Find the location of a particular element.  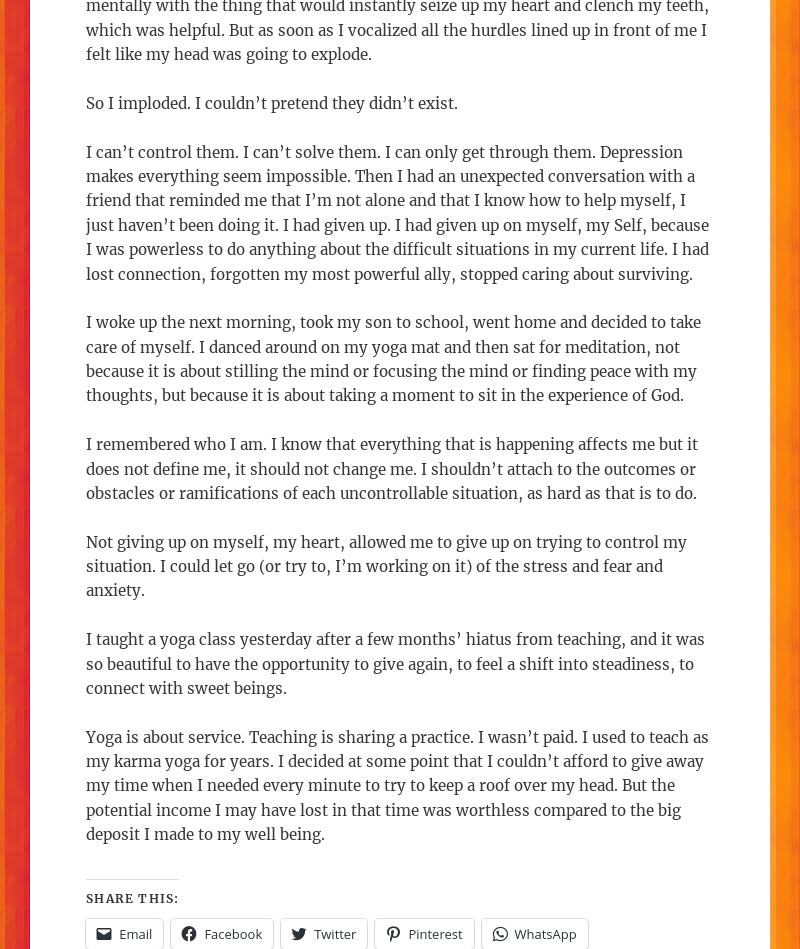

'Email' is located at coordinates (135, 931).